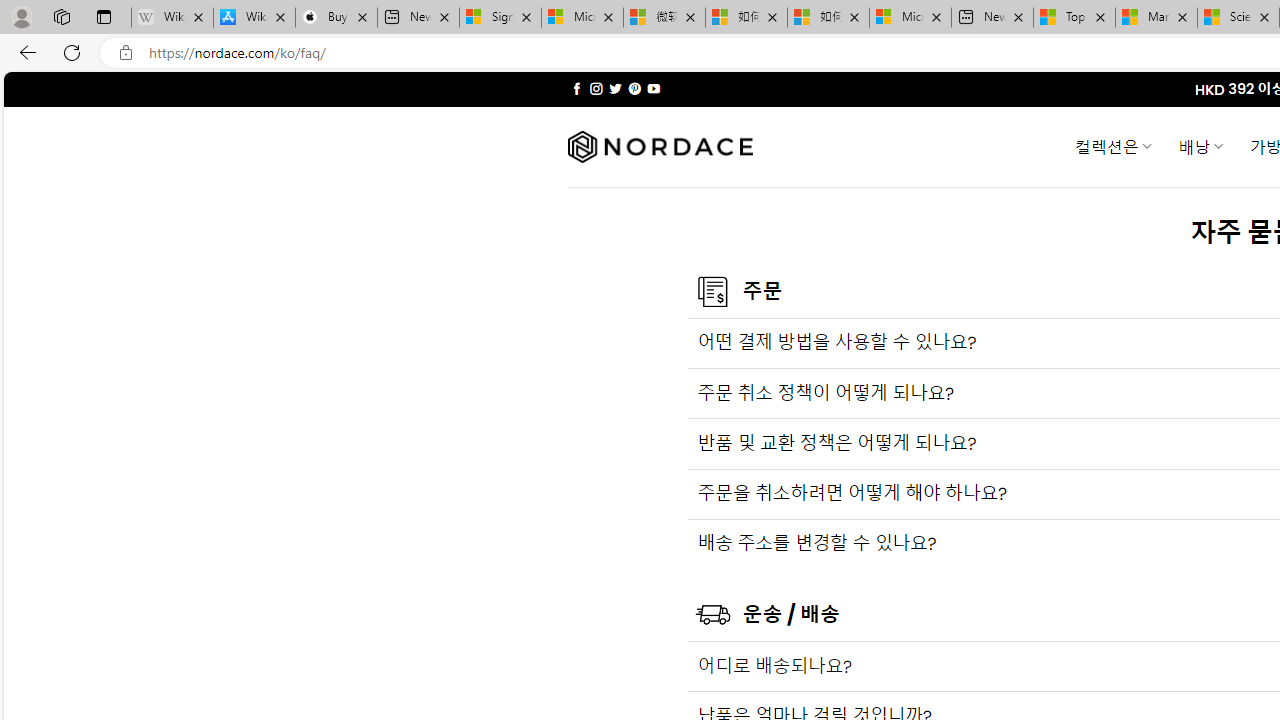 This screenshot has height=720, width=1280. Describe the element at coordinates (595, 88) in the screenshot. I see `'Follow on Instagram'` at that location.